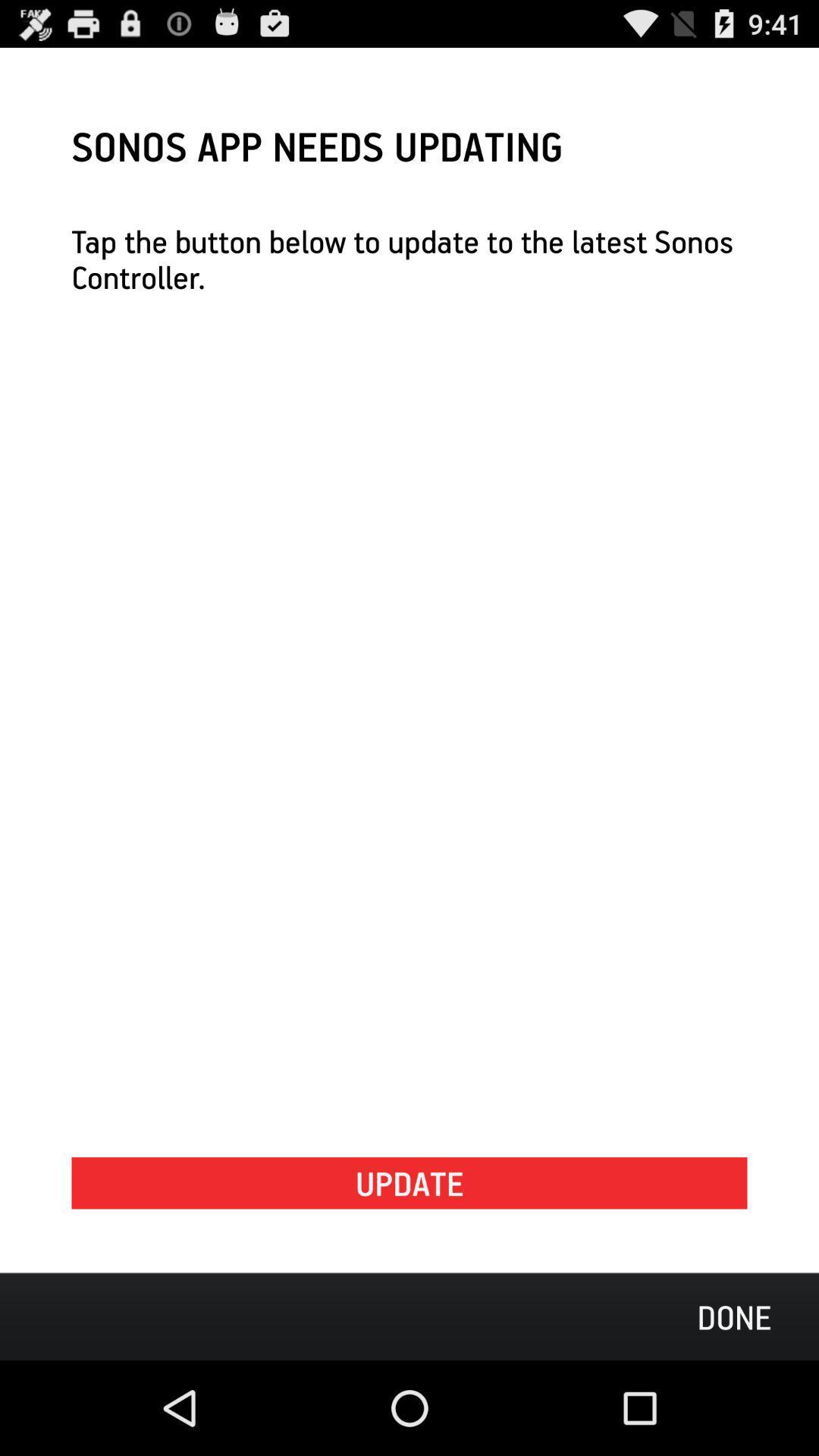  I want to click on done at the bottom right corner, so click(733, 1316).